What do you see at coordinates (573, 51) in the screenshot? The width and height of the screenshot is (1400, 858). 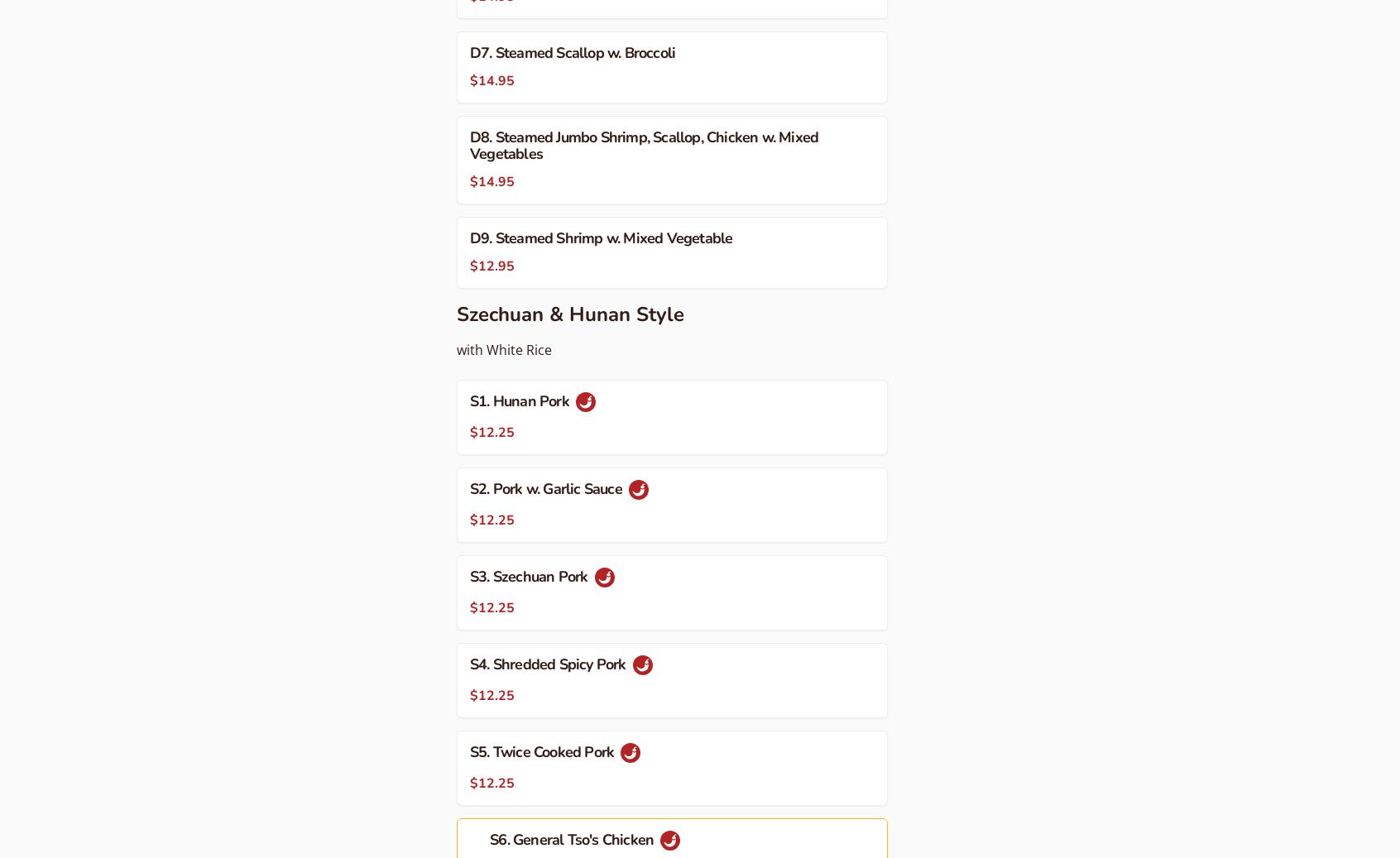 I see `'D7. Steamed Scallop w. Broccoli'` at bounding box center [573, 51].